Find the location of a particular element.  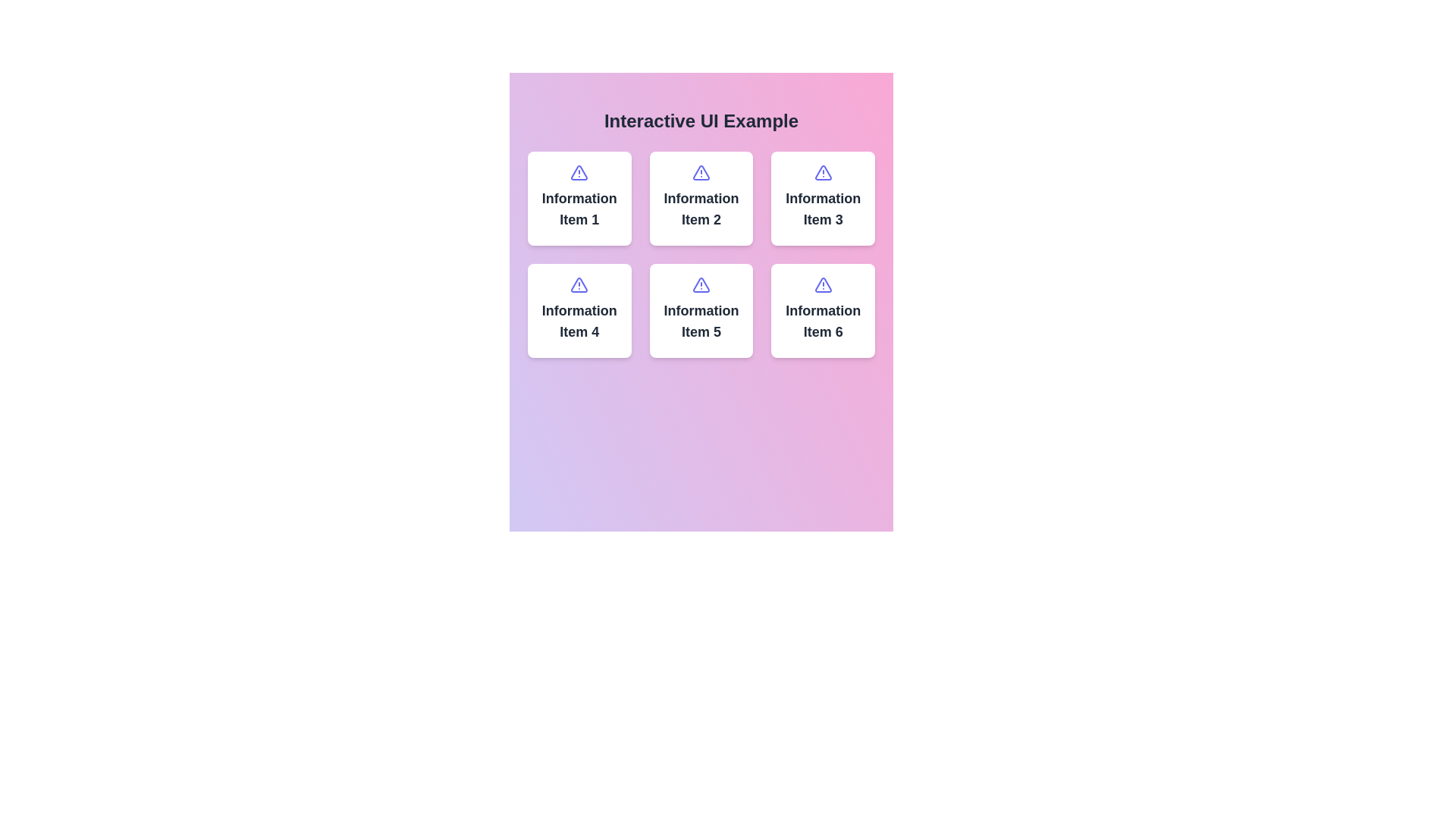

the triangular warning icon located above the text of the second item in the second row of a grid layout, which is uniquely distinguished from other warning icons is located at coordinates (701, 171).